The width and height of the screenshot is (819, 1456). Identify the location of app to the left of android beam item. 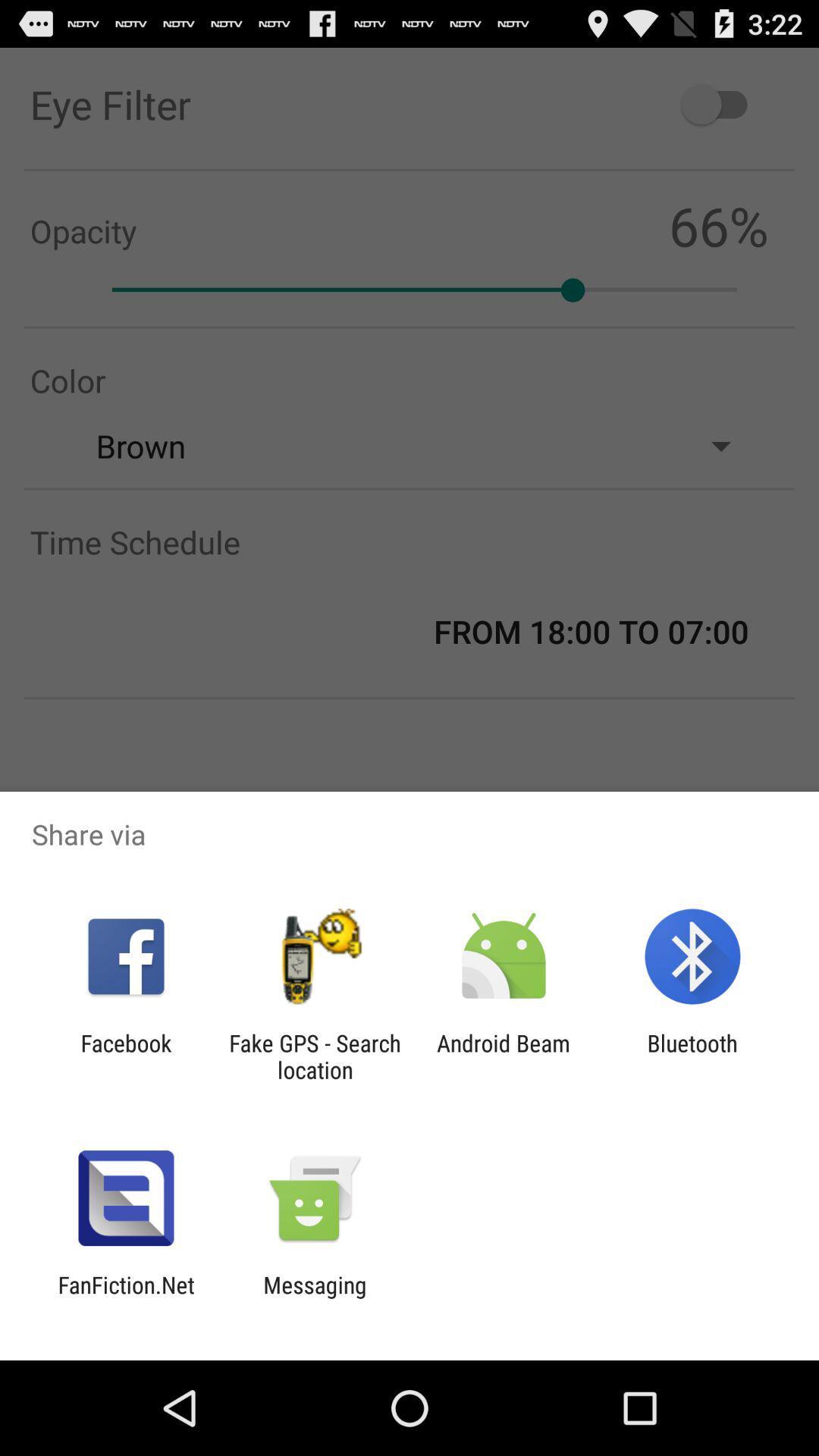
(314, 1056).